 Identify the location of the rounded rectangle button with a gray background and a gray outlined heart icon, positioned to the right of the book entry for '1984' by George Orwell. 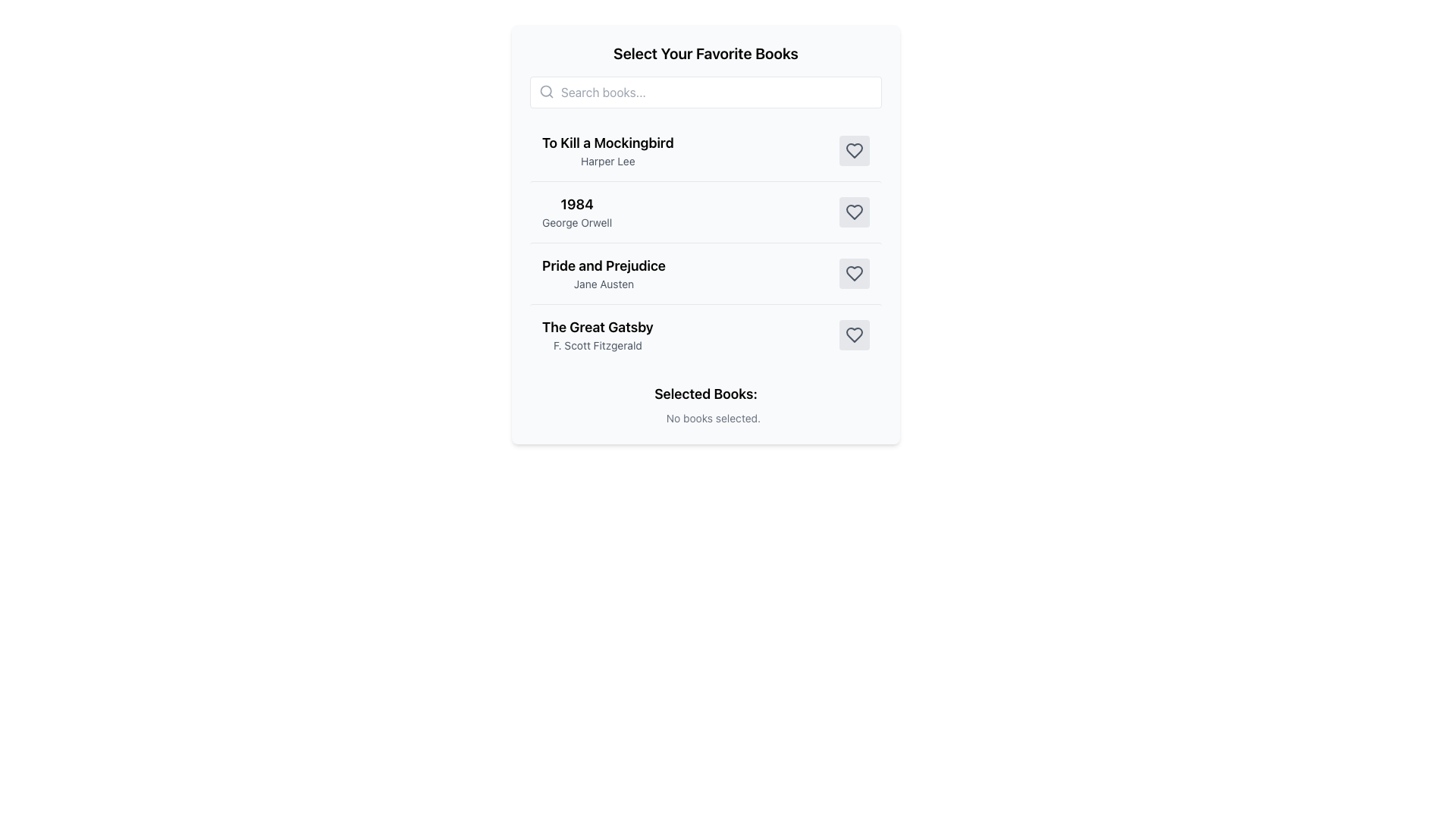
(855, 212).